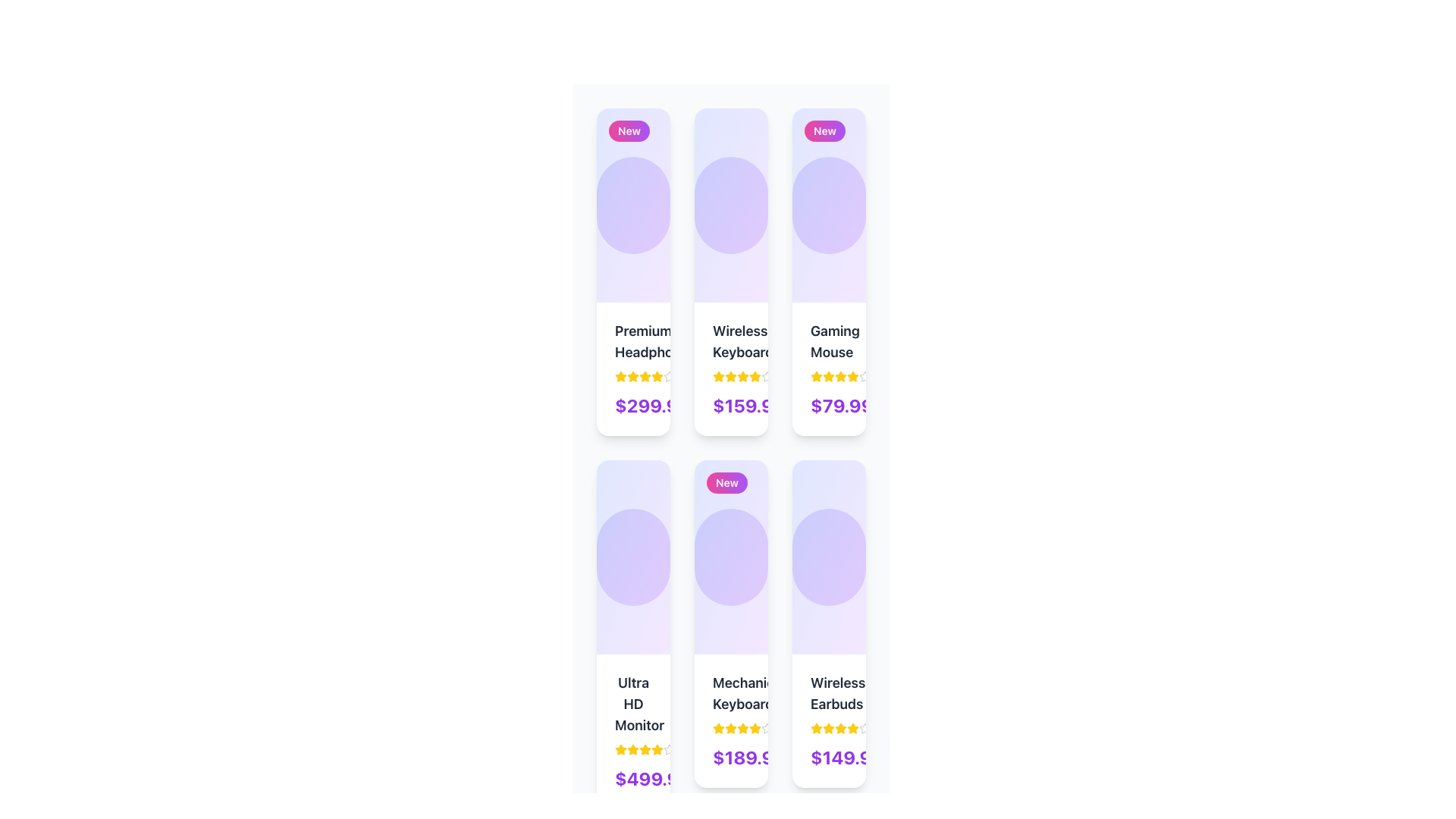 This screenshot has height=819, width=1456. What do you see at coordinates (726, 482) in the screenshot?
I see `the 'New' badge located at the top-left corner of the product card in the second row of the grid layout to draw attention to the associated product` at bounding box center [726, 482].